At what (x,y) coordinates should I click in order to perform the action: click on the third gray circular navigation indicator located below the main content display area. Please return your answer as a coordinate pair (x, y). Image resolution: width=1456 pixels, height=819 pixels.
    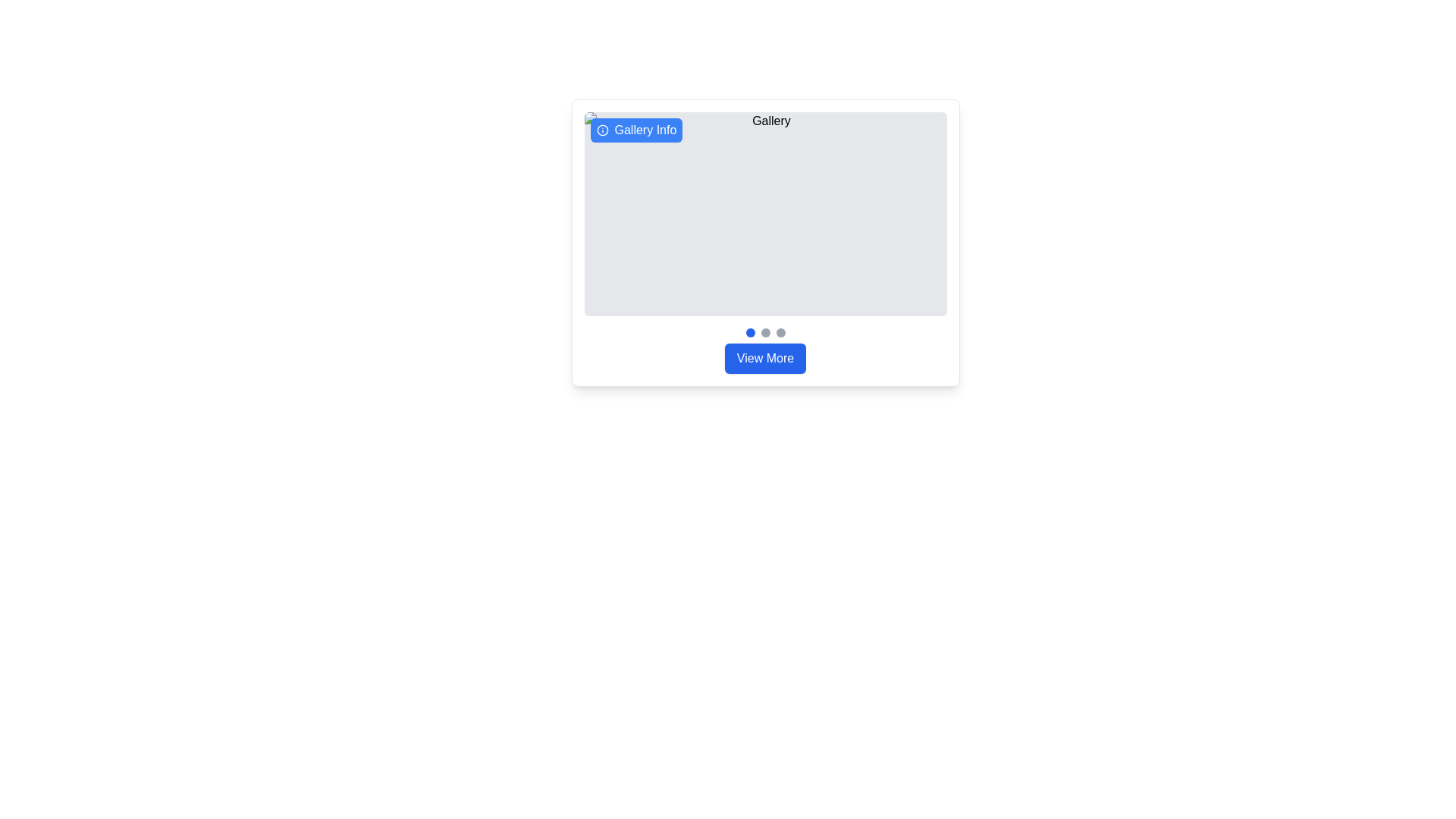
    Looking at the image, I should click on (780, 331).